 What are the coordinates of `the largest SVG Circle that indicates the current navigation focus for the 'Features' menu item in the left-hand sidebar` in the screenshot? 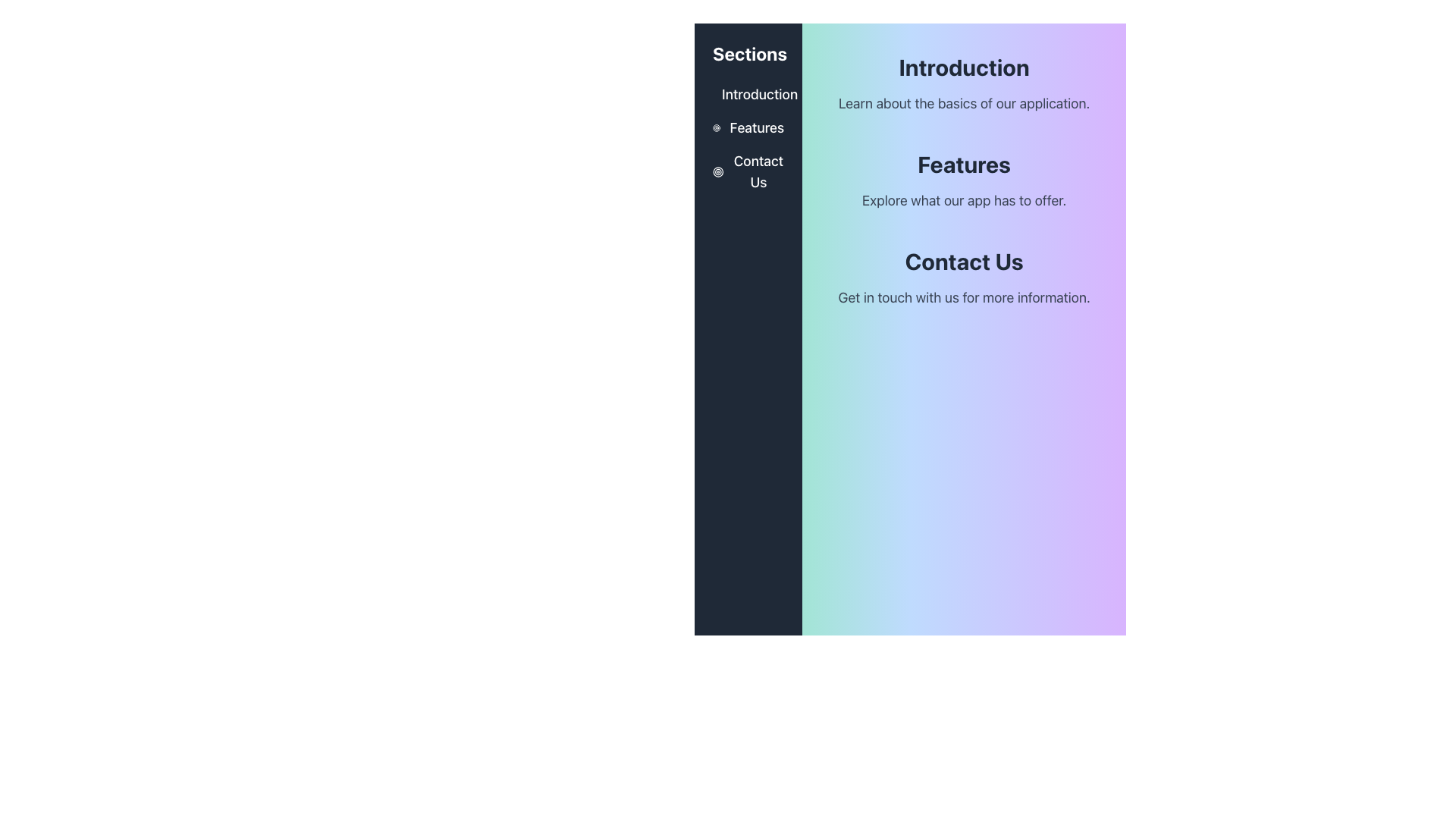 It's located at (716, 127).